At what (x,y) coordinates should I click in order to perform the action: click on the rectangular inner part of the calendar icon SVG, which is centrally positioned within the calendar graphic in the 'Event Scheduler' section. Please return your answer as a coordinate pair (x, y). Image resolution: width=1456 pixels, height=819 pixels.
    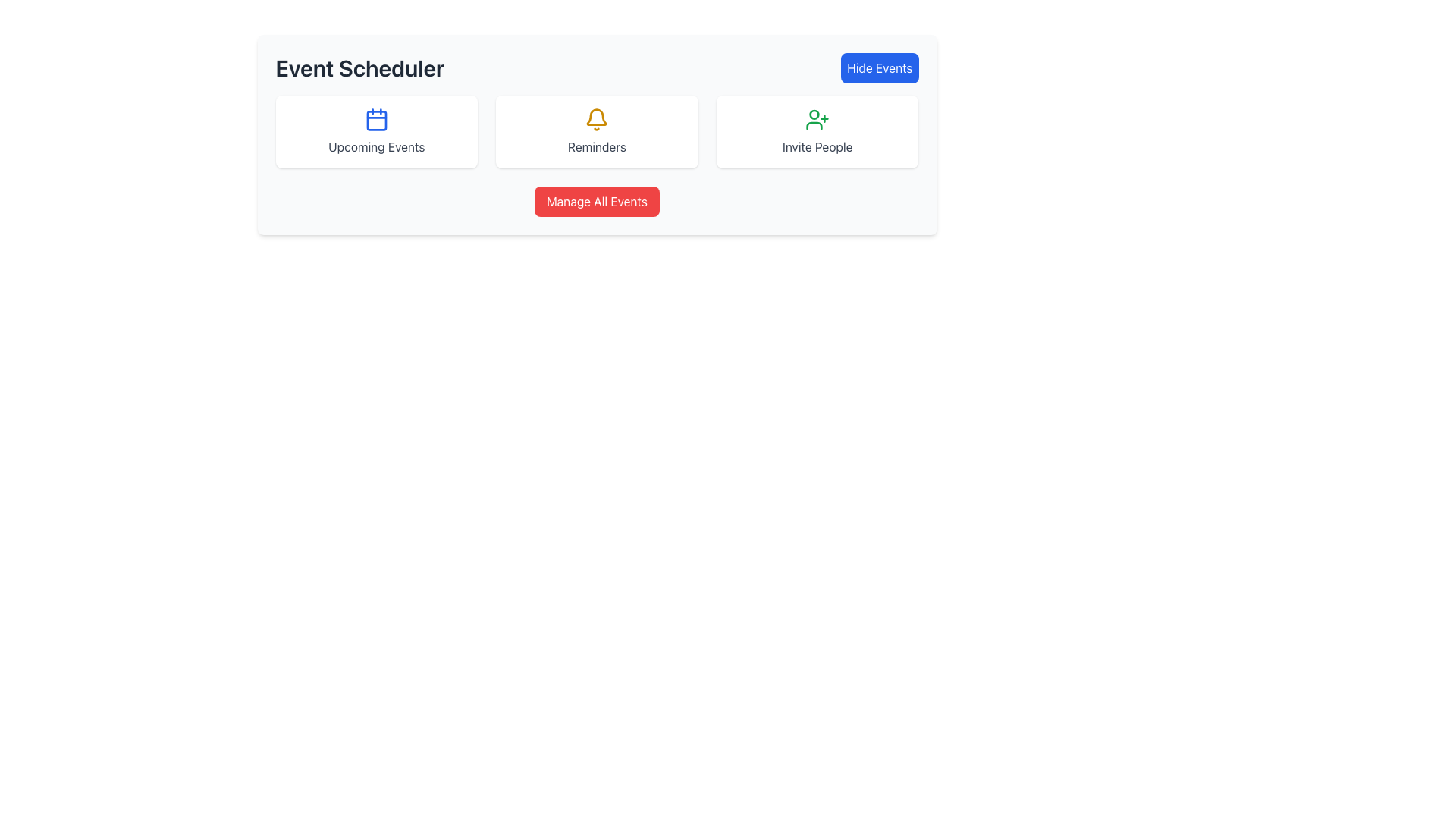
    Looking at the image, I should click on (376, 120).